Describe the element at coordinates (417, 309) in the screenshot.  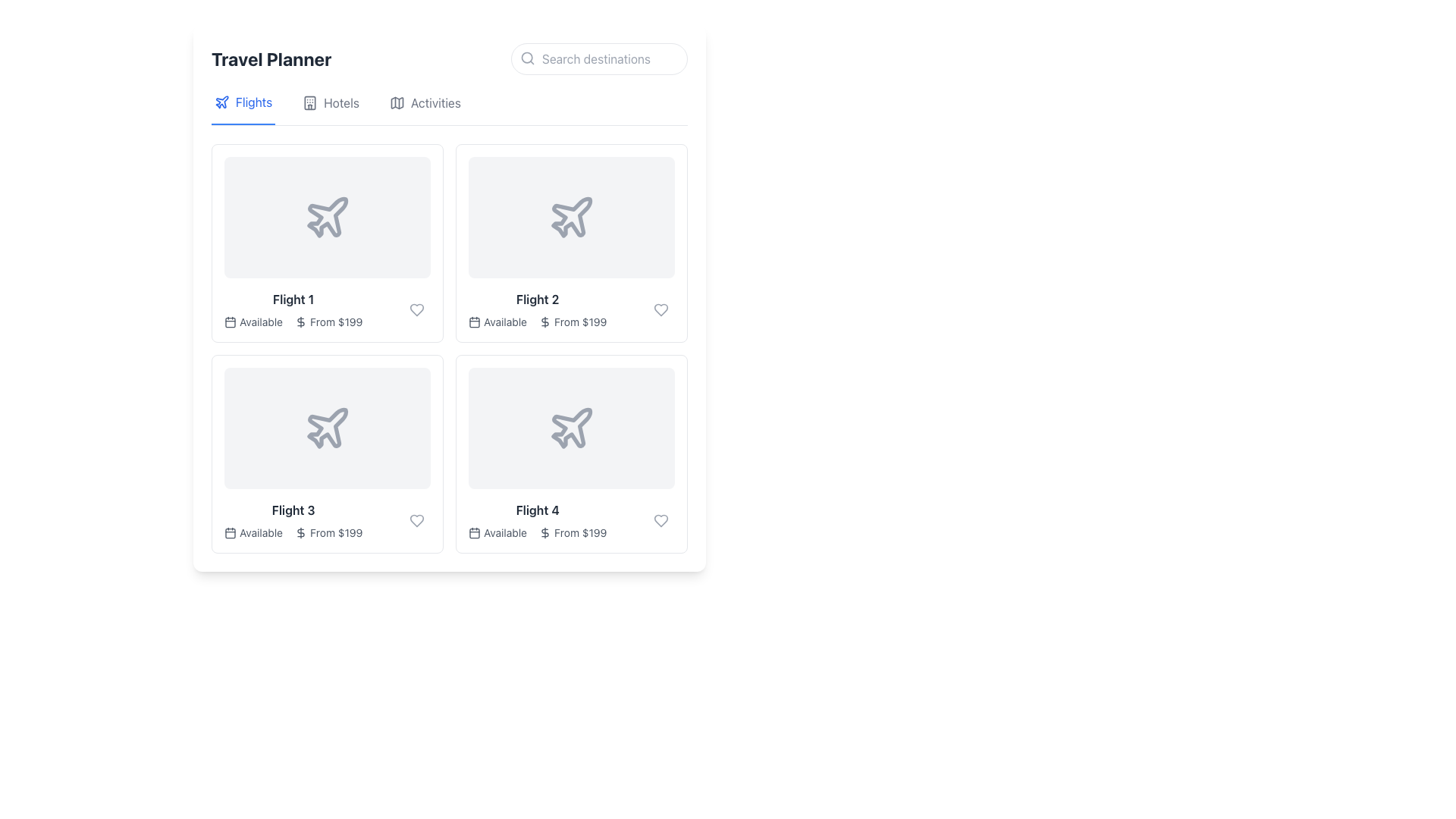
I see `the heart-shaped graphical icon in the bottom-right corner of the 'Flight 1' card, which indicates a potential 'favorite' or 'like' feature` at that location.